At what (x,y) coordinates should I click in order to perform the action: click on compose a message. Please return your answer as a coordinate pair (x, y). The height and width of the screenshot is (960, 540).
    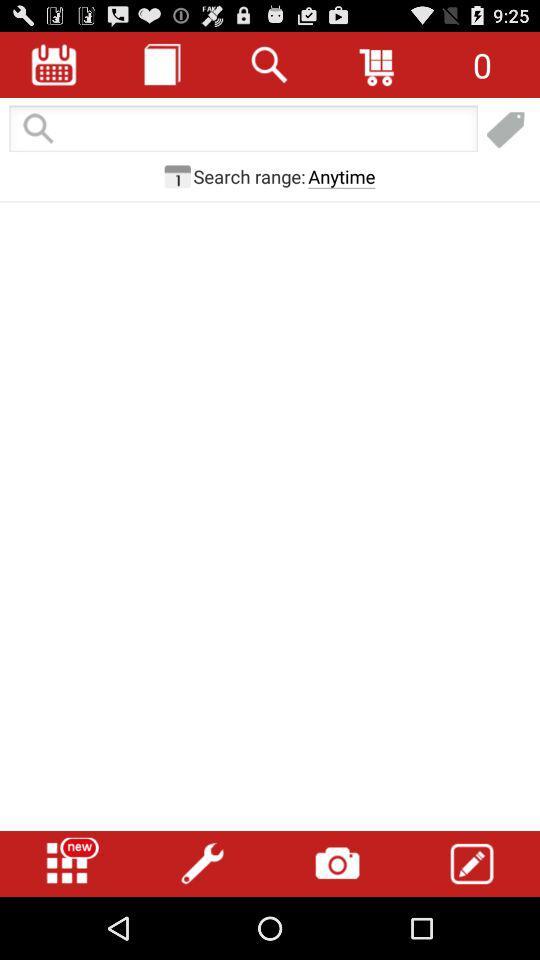
    Looking at the image, I should click on (472, 863).